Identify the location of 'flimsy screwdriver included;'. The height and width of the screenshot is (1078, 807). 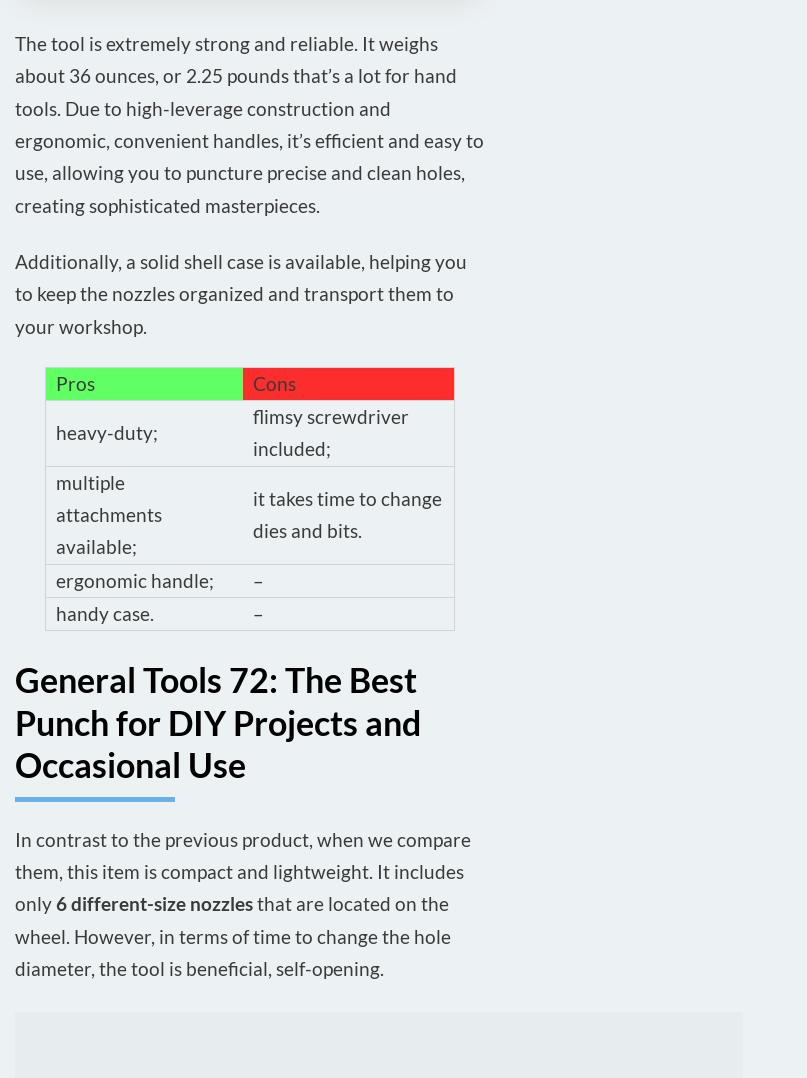
(251, 432).